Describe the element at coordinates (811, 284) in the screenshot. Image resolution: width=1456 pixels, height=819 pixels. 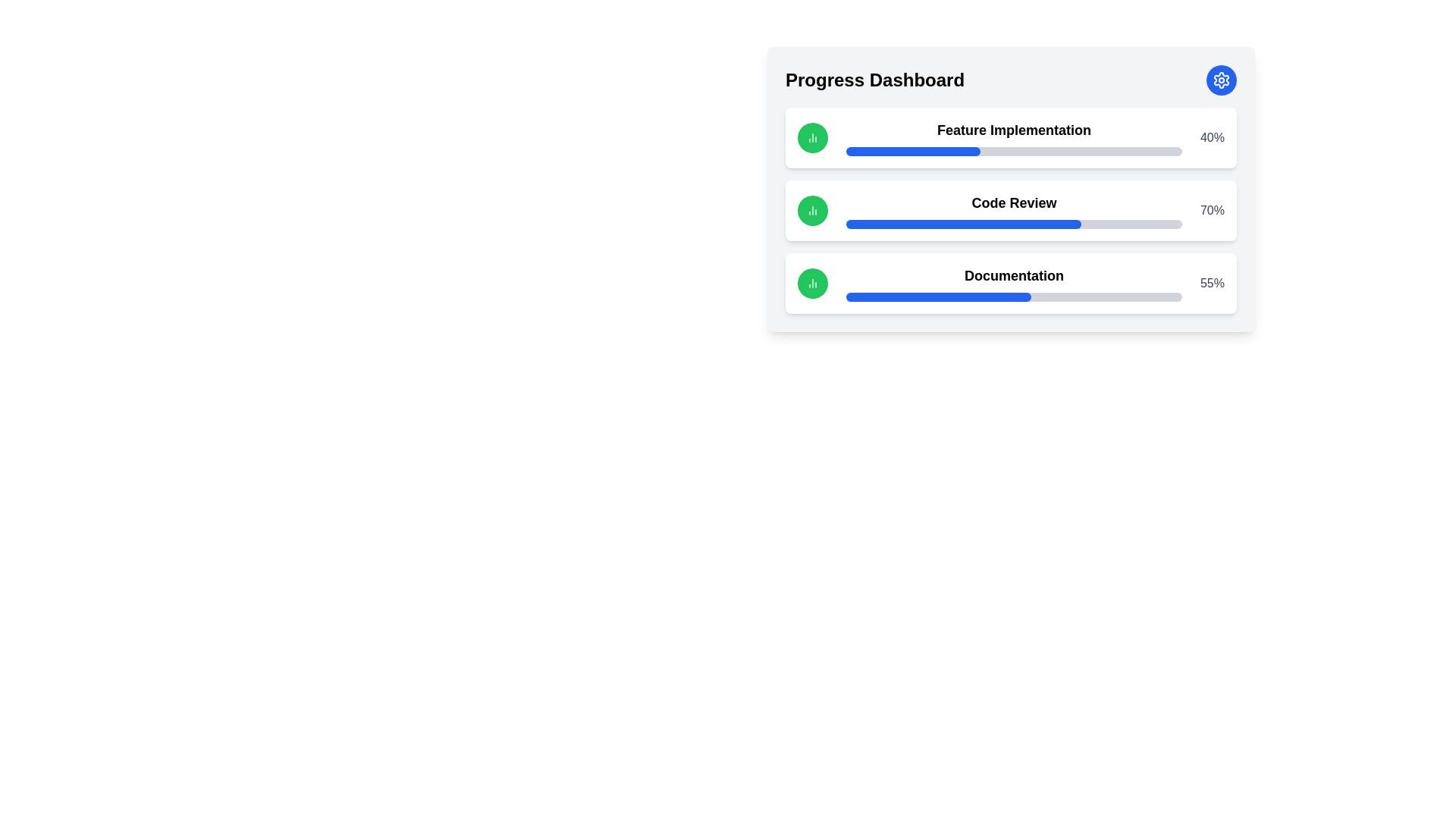
I see `the icon element representing the category for the progress bar labeled 'Documentation,' which is located within a circular green background and positioned at the bottom of a vertical group of three similar elements` at that location.